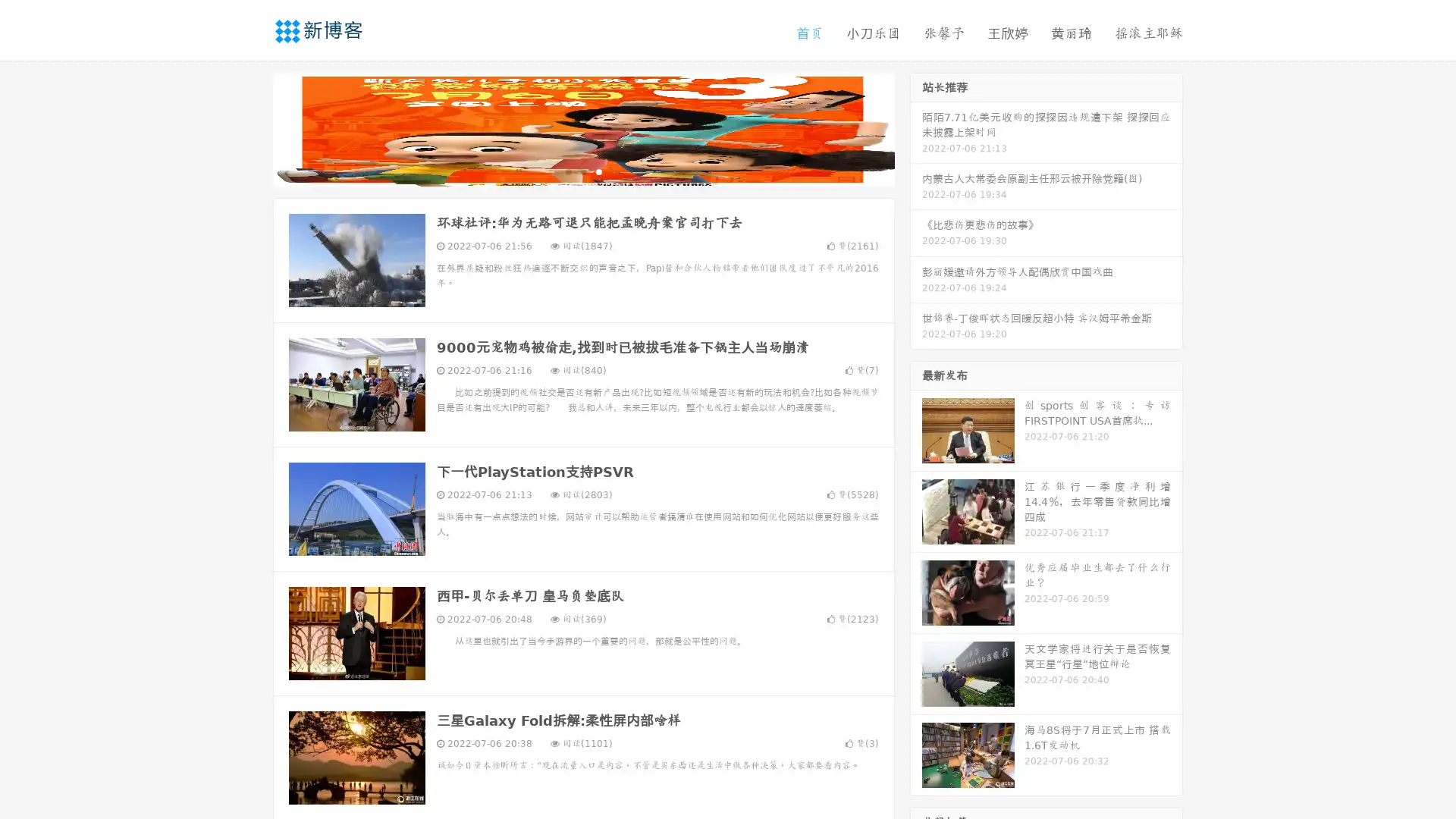  What do you see at coordinates (916, 127) in the screenshot?
I see `Next slide` at bounding box center [916, 127].